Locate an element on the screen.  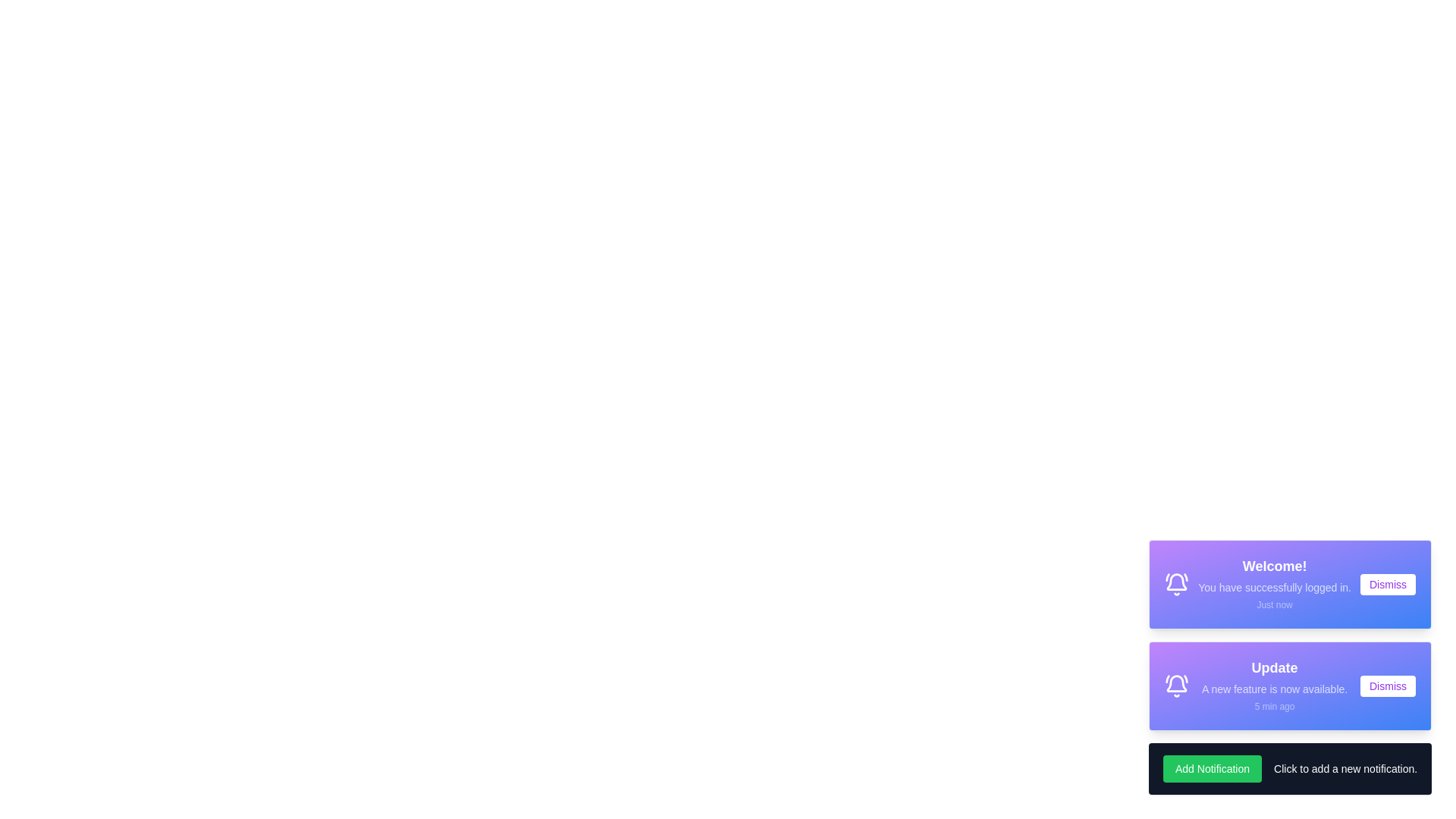
the notification icon to interact with it is located at coordinates (1175, 584).